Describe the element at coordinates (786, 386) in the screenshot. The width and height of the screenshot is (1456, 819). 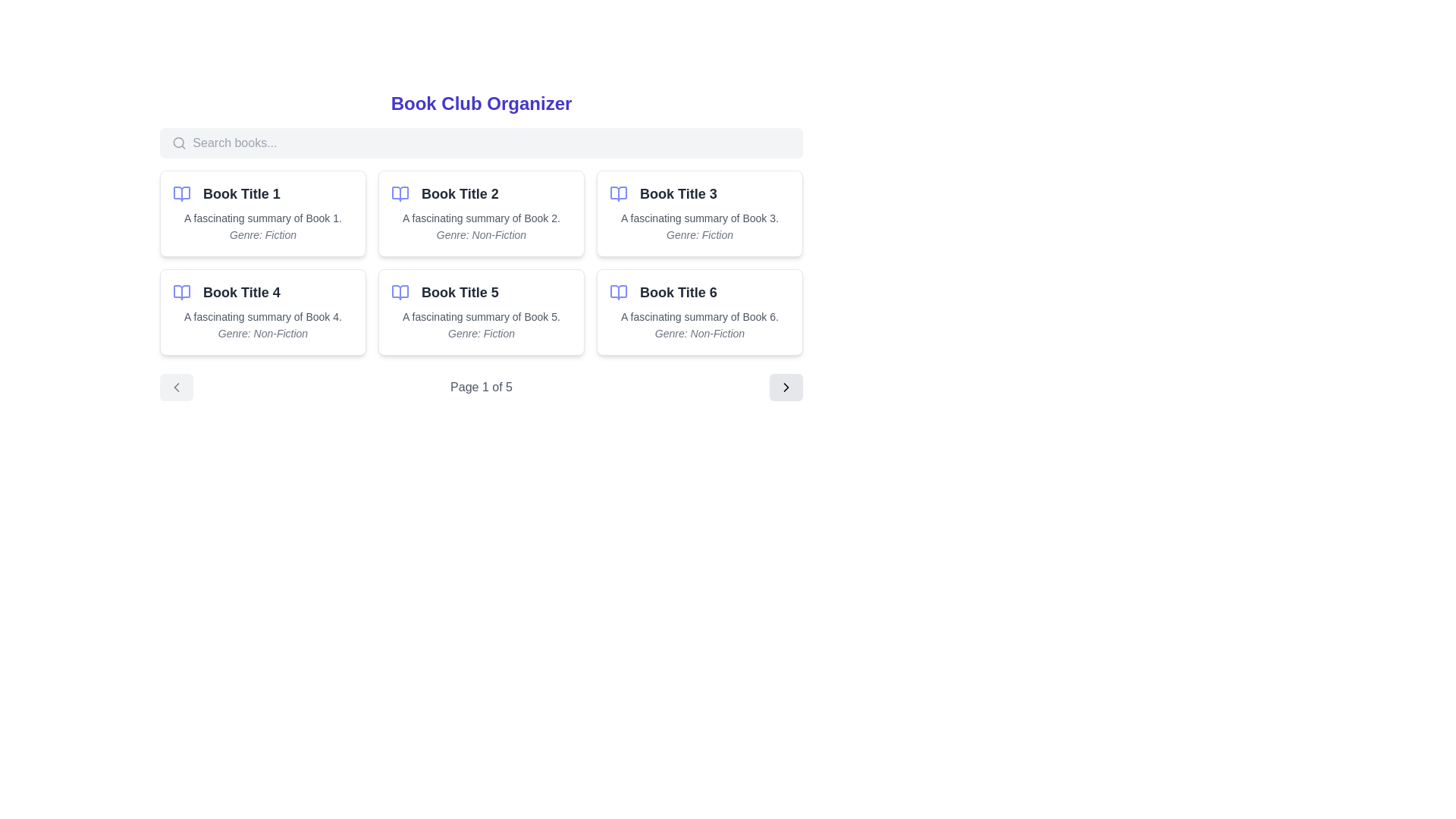
I see `the pagination control icon located at the bottom-right corner of the visible content area` at that location.